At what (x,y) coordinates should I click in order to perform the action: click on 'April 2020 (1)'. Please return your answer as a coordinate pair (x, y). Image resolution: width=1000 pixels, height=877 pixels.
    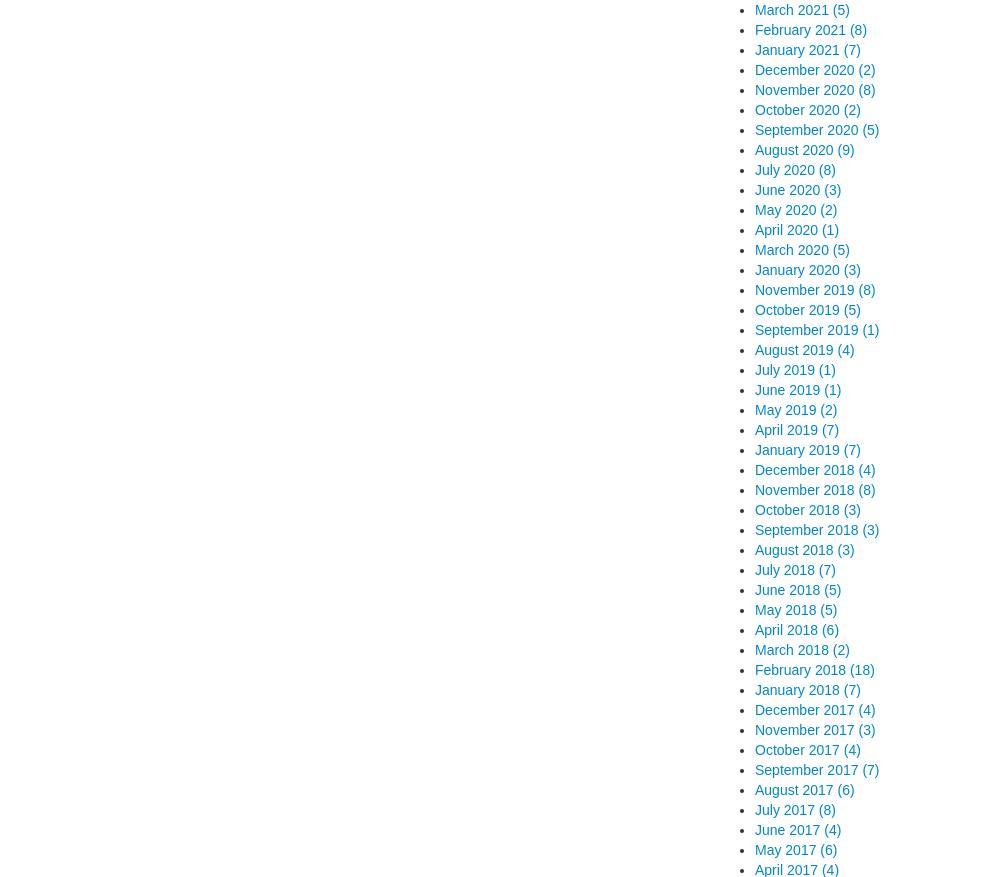
    Looking at the image, I should click on (797, 229).